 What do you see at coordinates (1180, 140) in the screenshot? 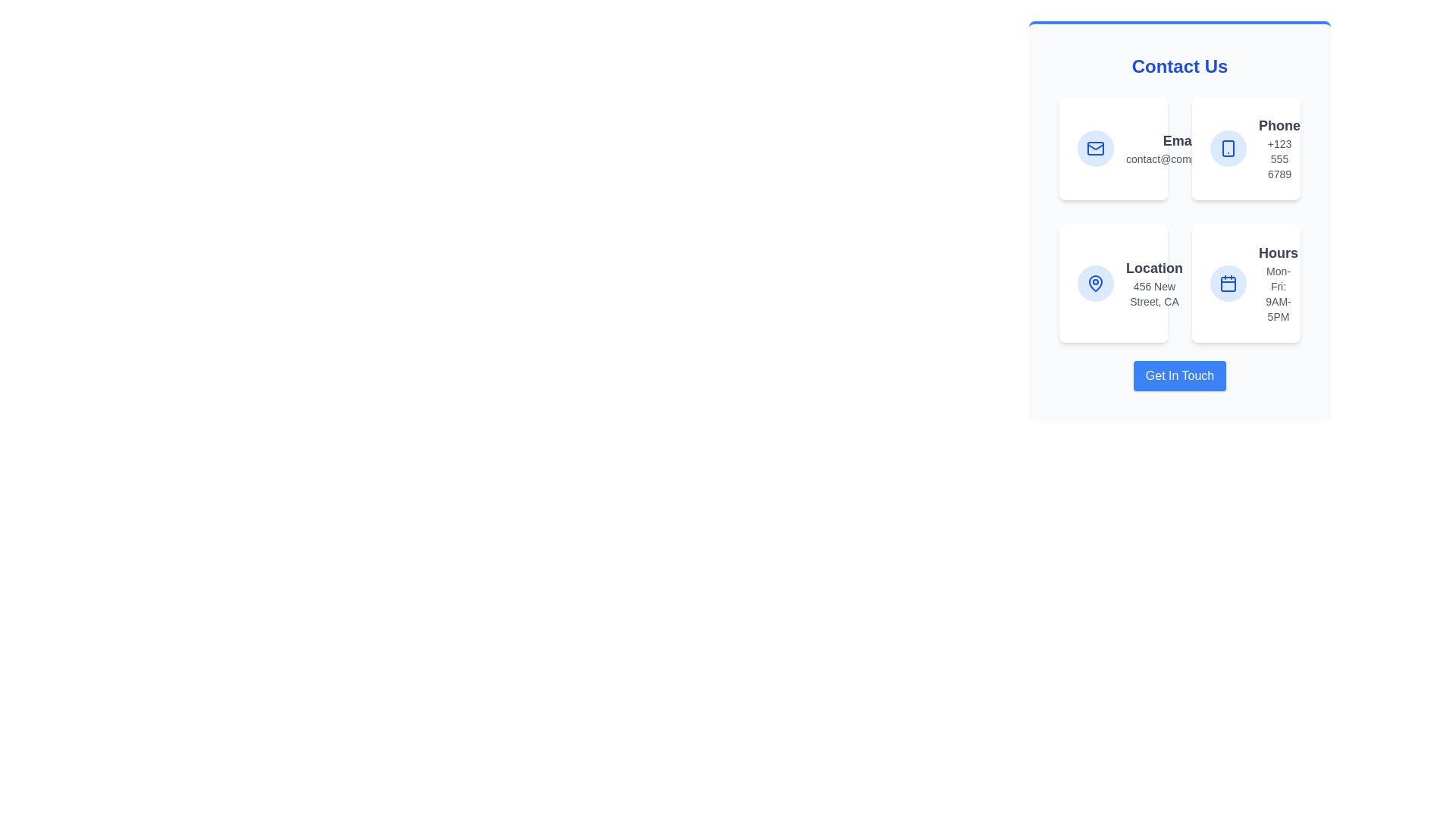
I see `'Email' text label located in the upper left quadrant of the 'Contact Us' section, styled in large, bold dark gray font, positioned above the email address element` at bounding box center [1180, 140].